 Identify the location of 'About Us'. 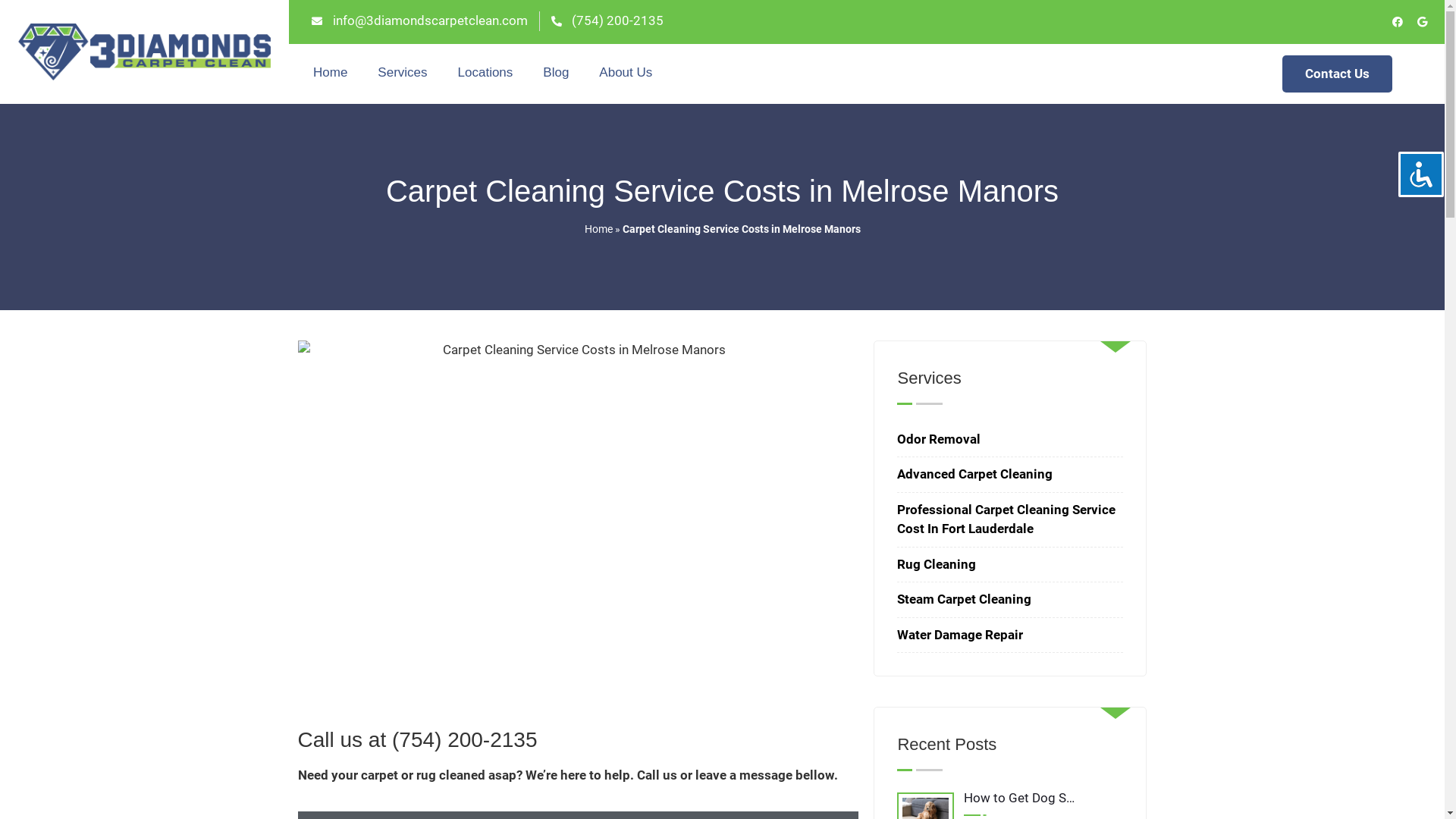
(626, 73).